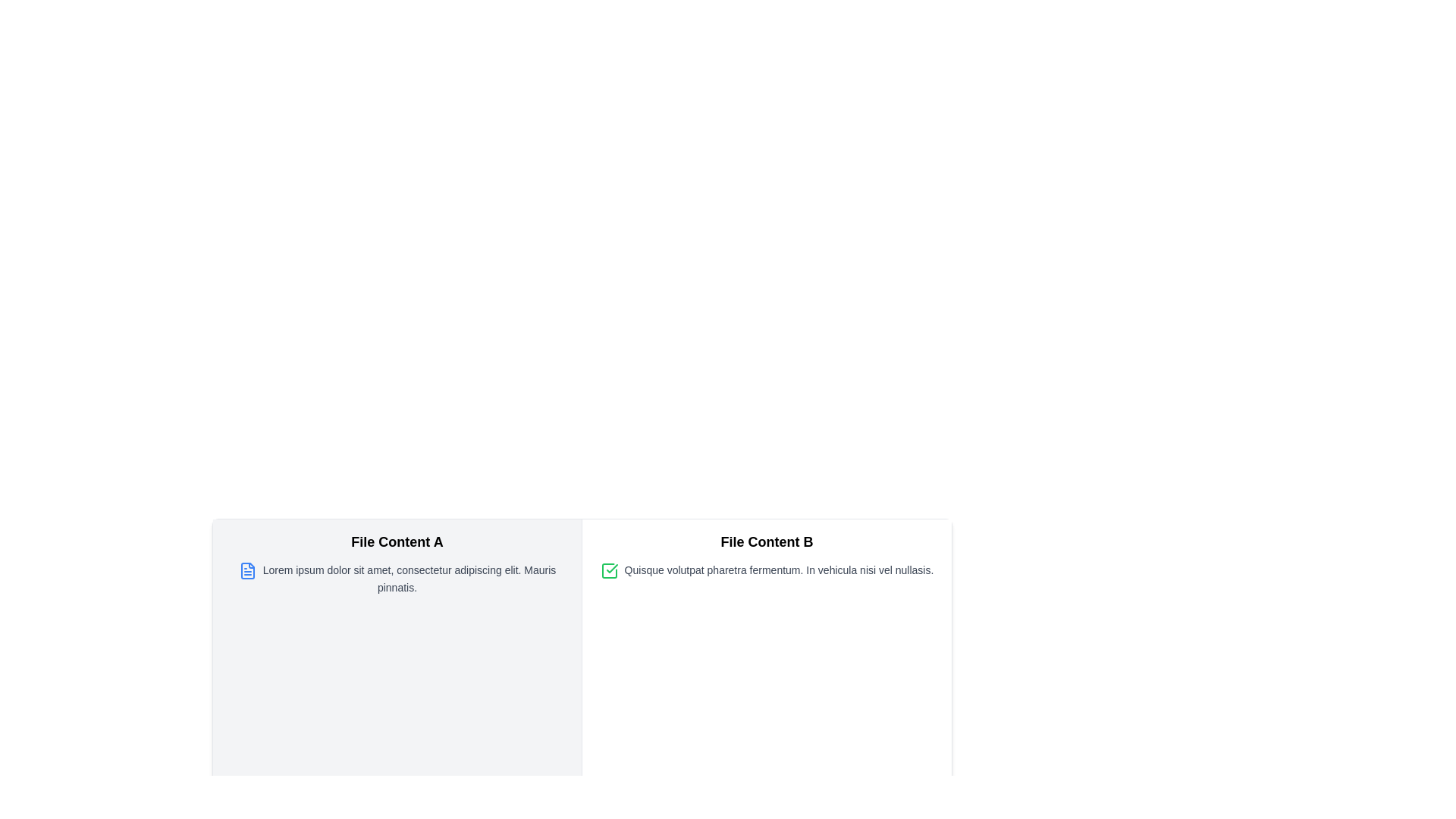 Image resolution: width=1456 pixels, height=819 pixels. I want to click on the document icon with a blue outline located next to the paragraph of text starting with 'Lorem ipsum dolor sit amet' in the 'File Content A' component, so click(247, 570).